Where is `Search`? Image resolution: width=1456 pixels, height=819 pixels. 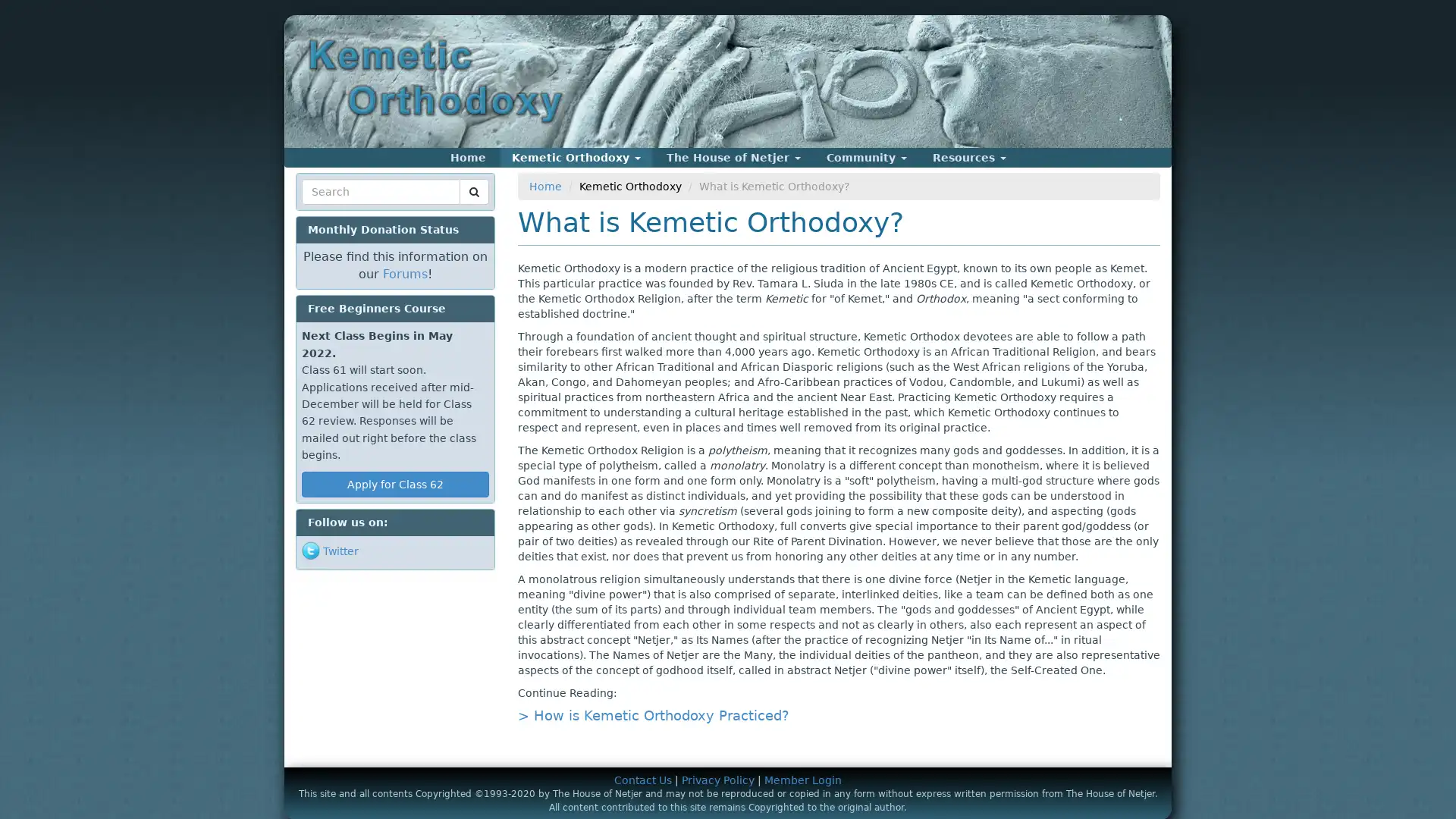
Search is located at coordinates (330, 210).